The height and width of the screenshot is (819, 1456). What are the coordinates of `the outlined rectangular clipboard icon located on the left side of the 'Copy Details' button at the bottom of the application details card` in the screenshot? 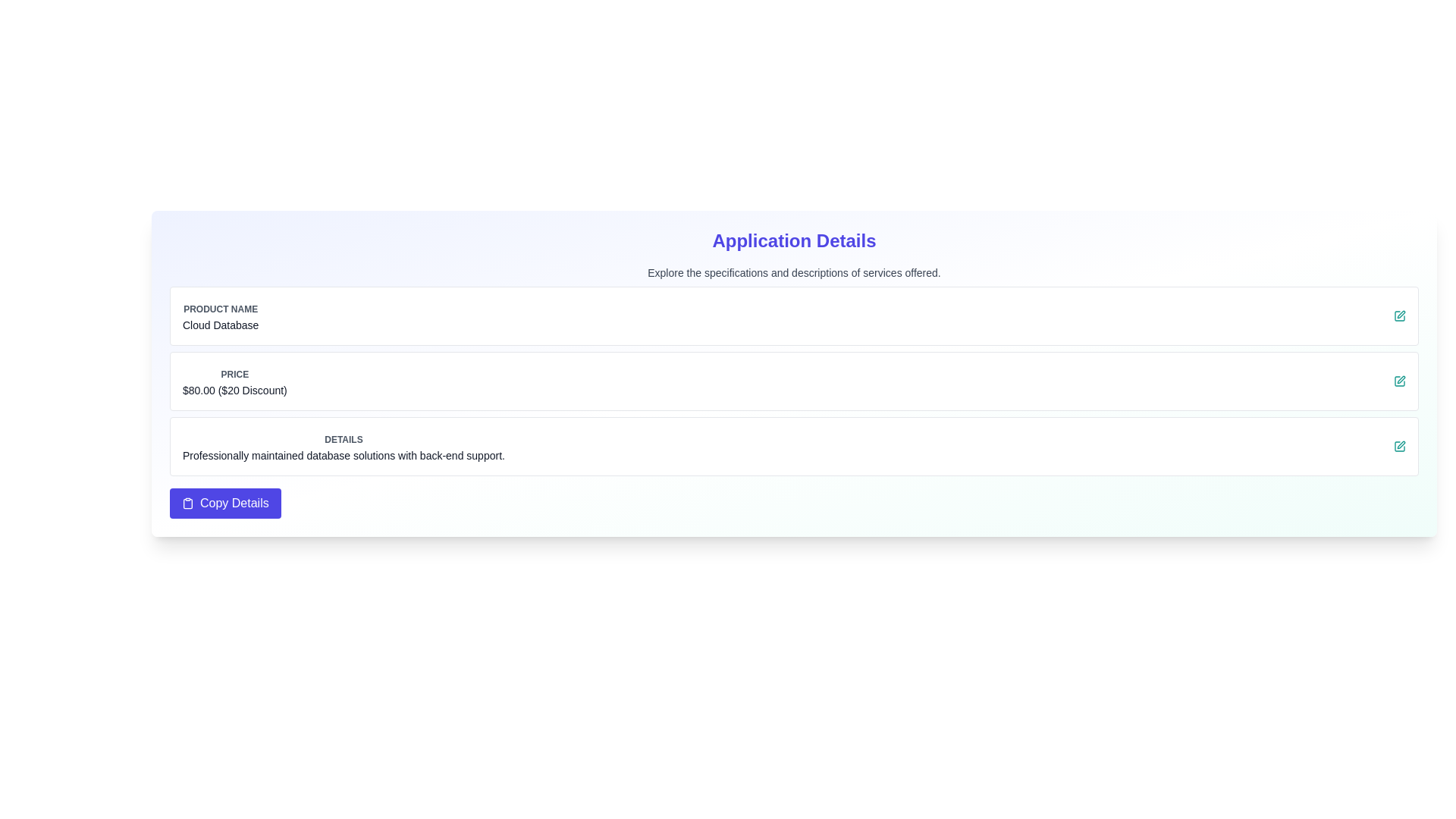 It's located at (187, 503).